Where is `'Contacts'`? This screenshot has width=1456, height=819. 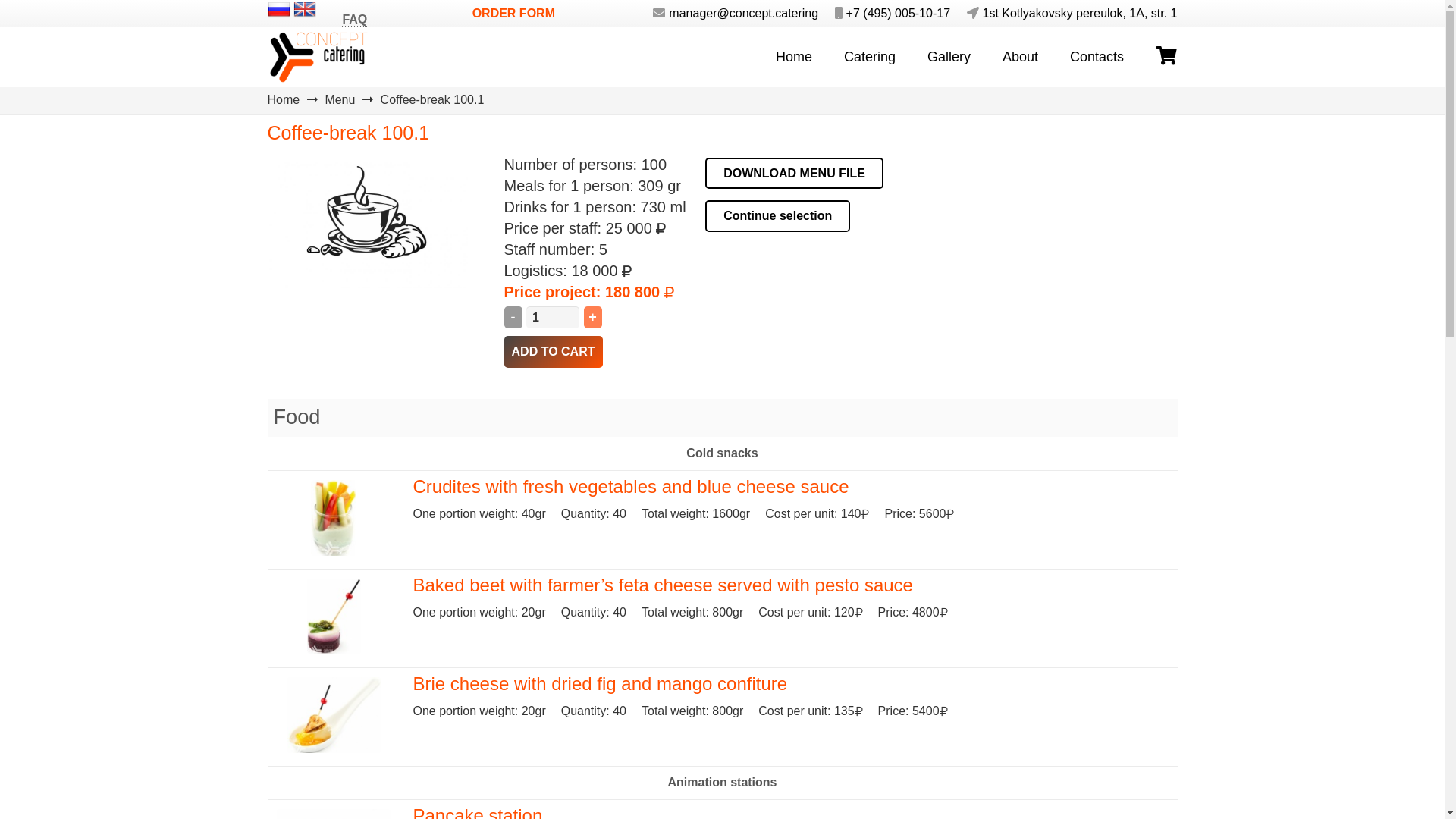 'Contacts' is located at coordinates (1053, 55).